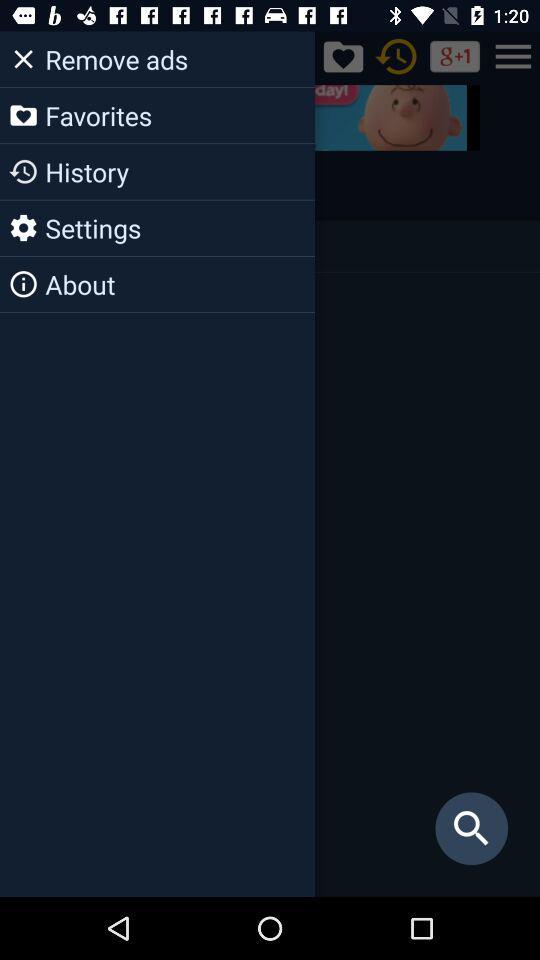  What do you see at coordinates (28, 185) in the screenshot?
I see `the history icon` at bounding box center [28, 185].